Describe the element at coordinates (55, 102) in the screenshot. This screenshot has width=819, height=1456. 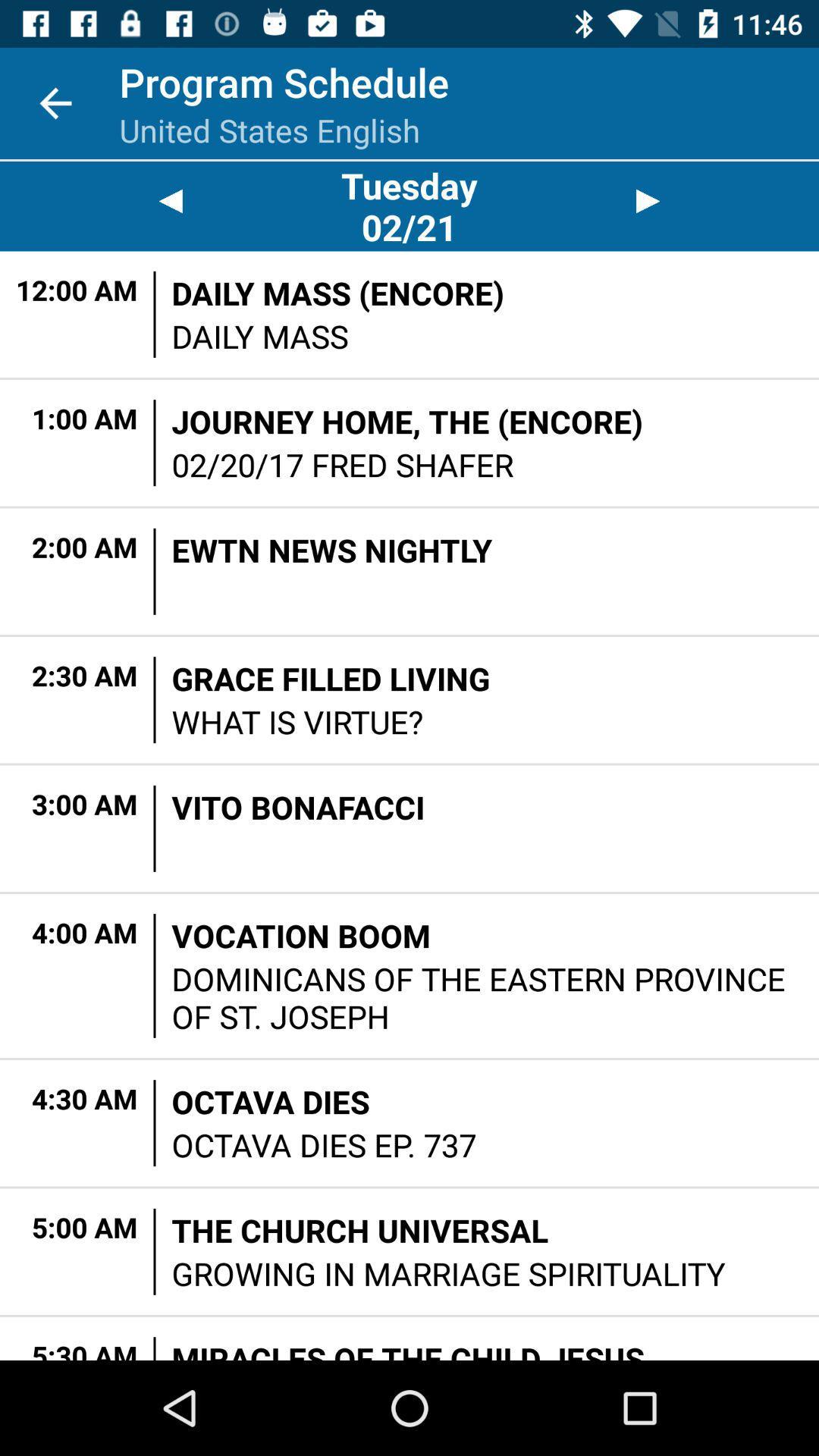
I see `the app to the left of program schedule item` at that location.